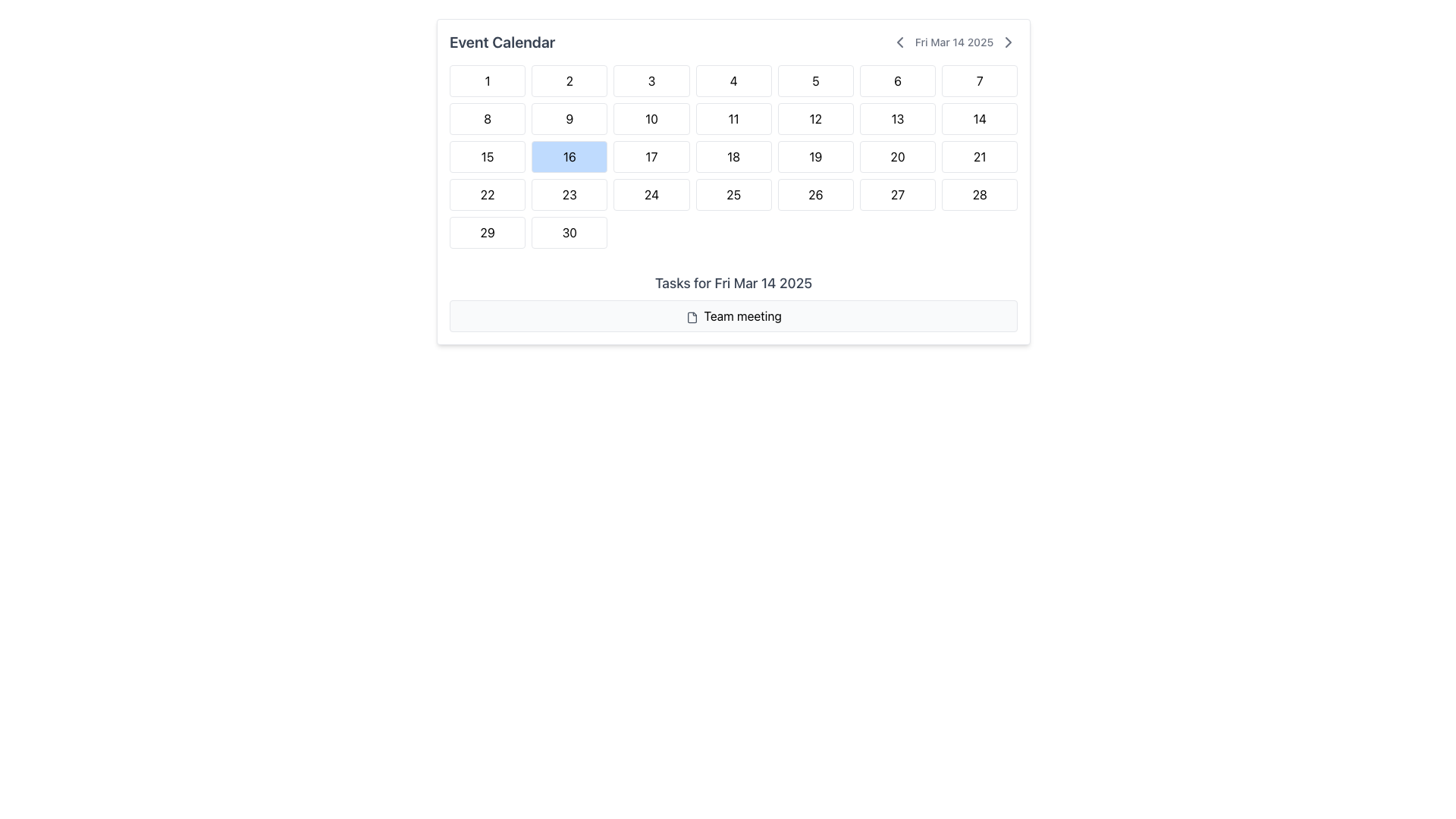 This screenshot has height=819, width=1456. What do you see at coordinates (980, 81) in the screenshot?
I see `the calendar date element located in the top-right corner of the grid layout` at bounding box center [980, 81].